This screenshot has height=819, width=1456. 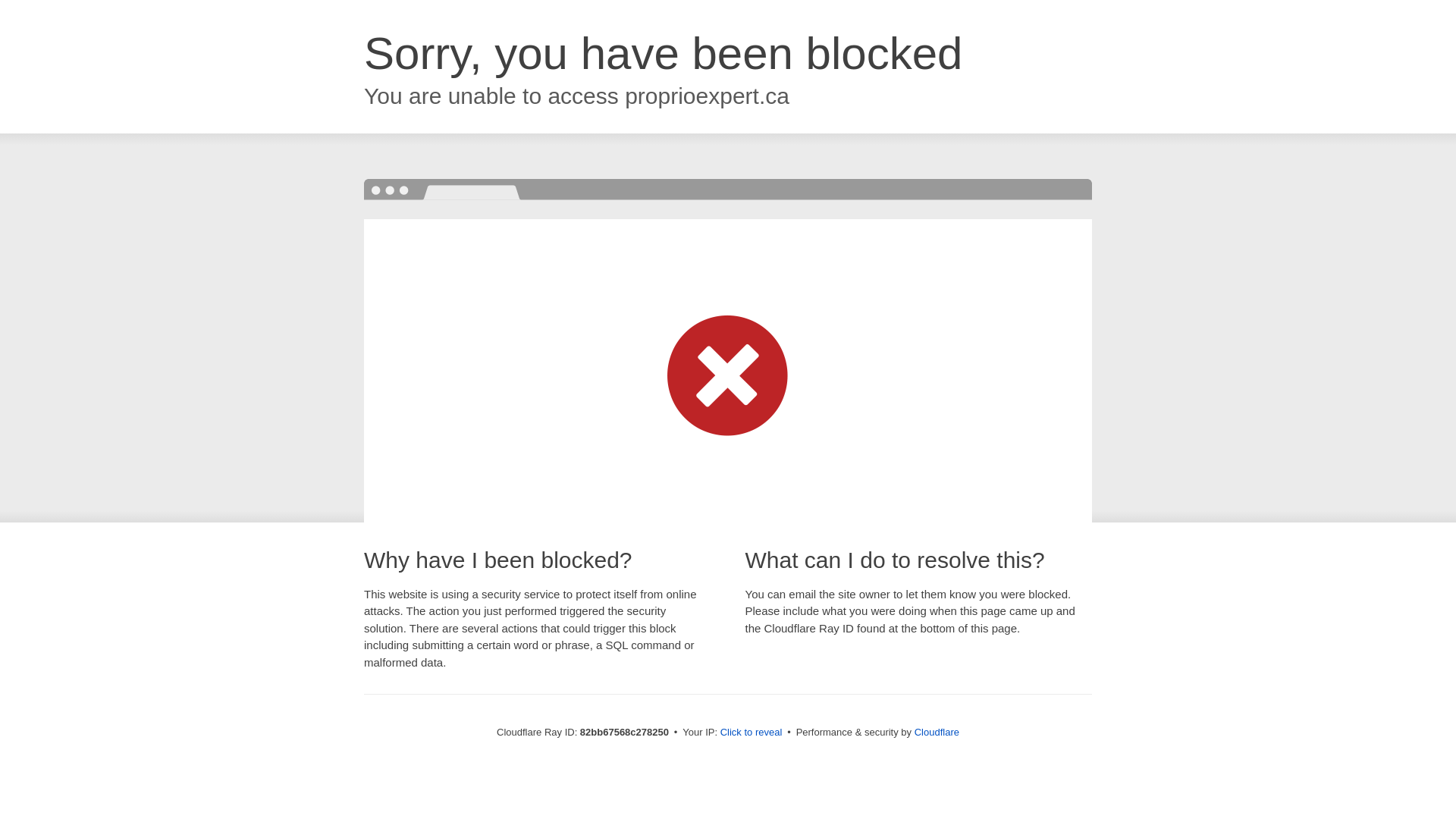 I want to click on 'Click to reveal', so click(x=720, y=731).